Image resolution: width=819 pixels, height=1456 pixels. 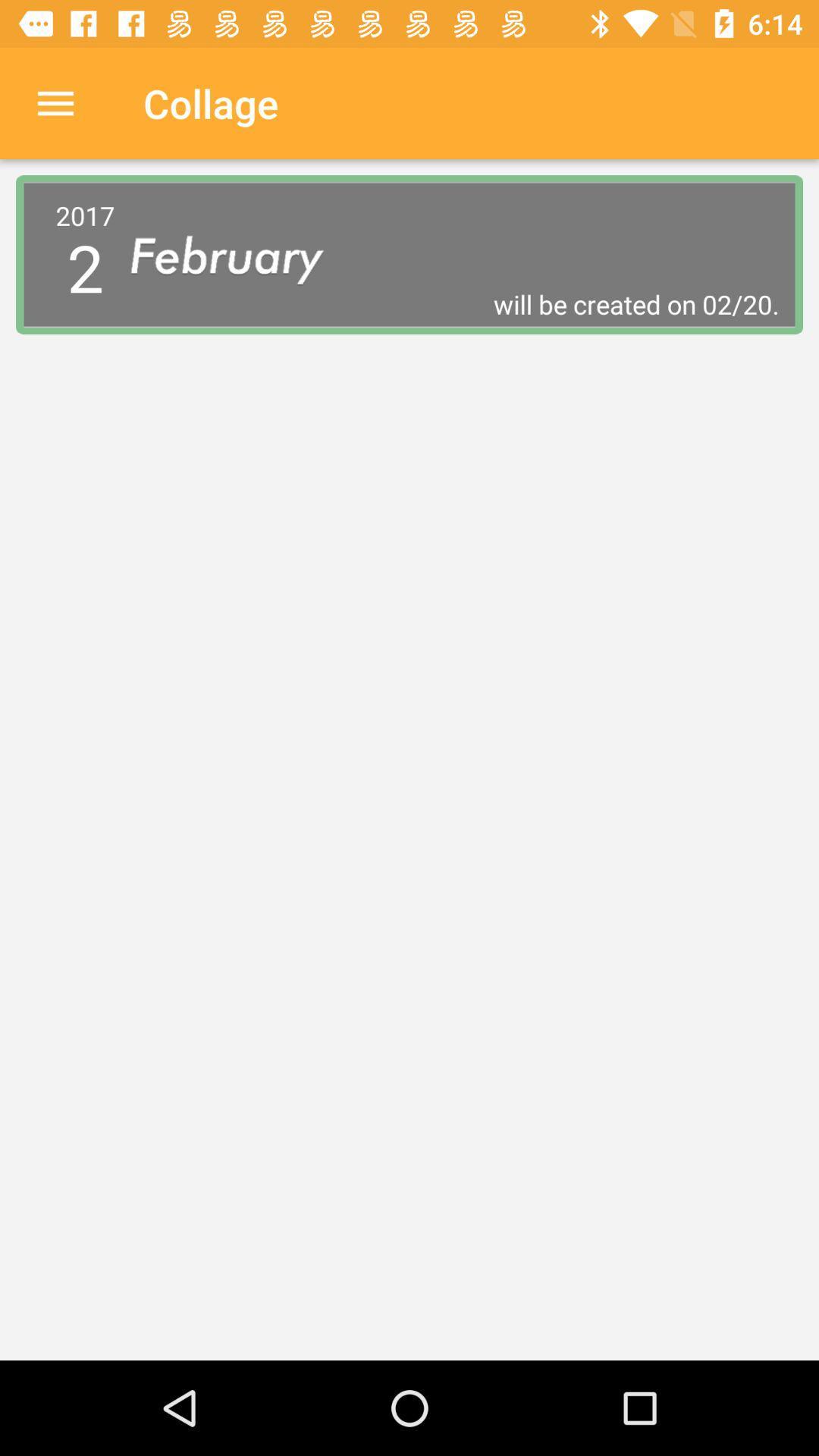 What do you see at coordinates (85, 254) in the screenshot?
I see `2017` at bounding box center [85, 254].